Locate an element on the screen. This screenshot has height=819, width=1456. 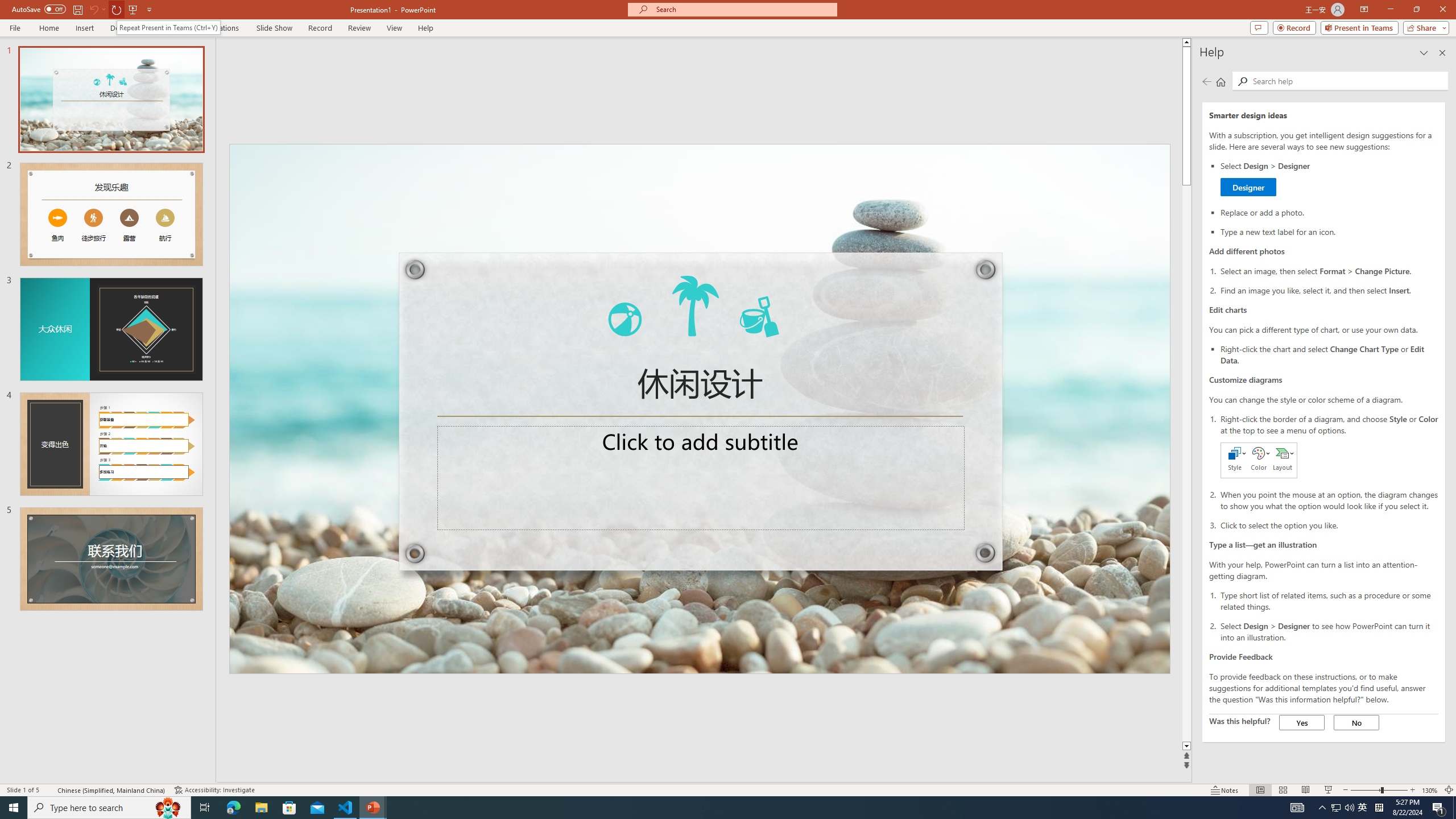
'Restore Down' is located at coordinates (1416, 9).